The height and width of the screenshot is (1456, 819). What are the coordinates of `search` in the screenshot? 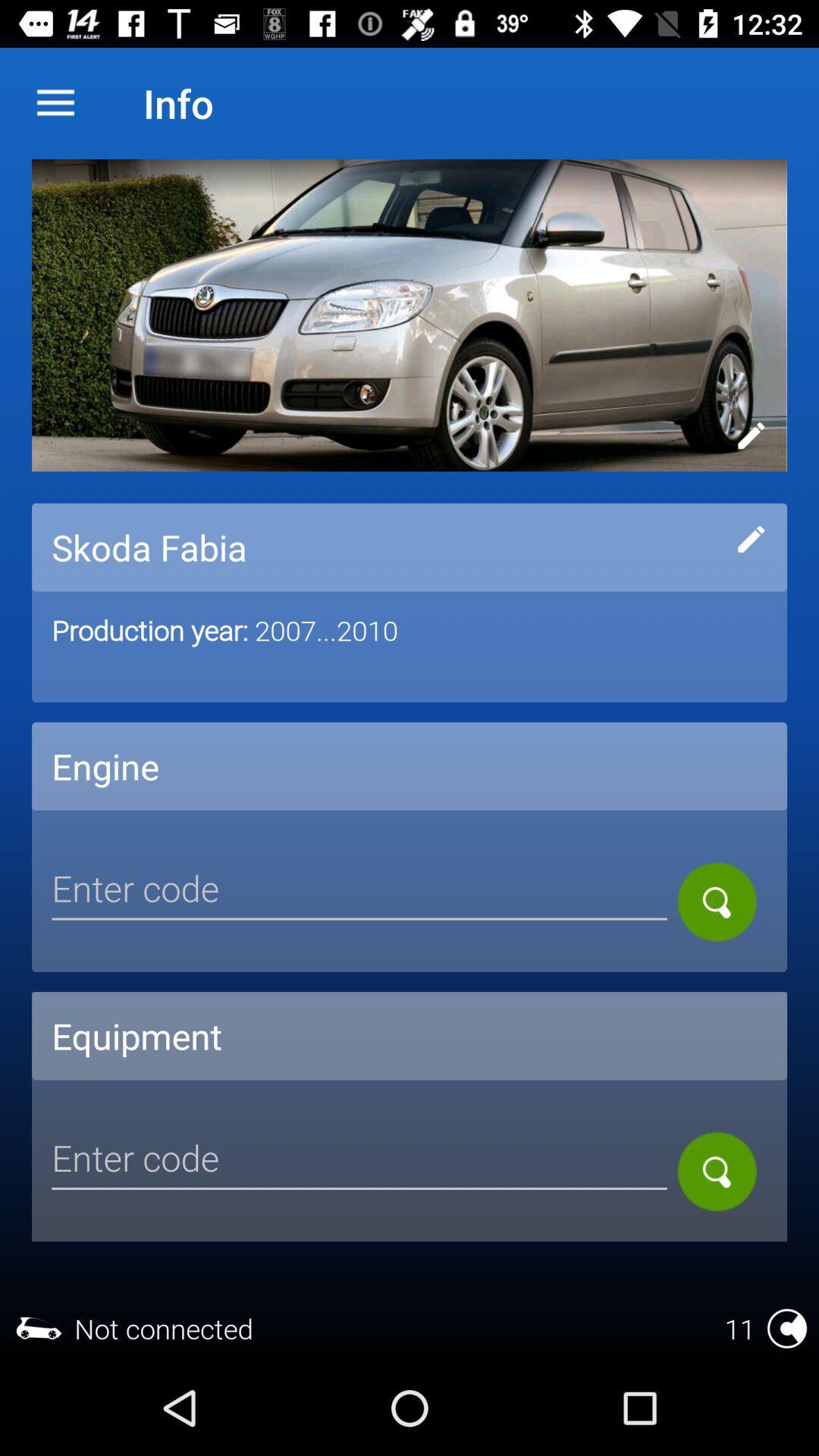 It's located at (359, 1159).